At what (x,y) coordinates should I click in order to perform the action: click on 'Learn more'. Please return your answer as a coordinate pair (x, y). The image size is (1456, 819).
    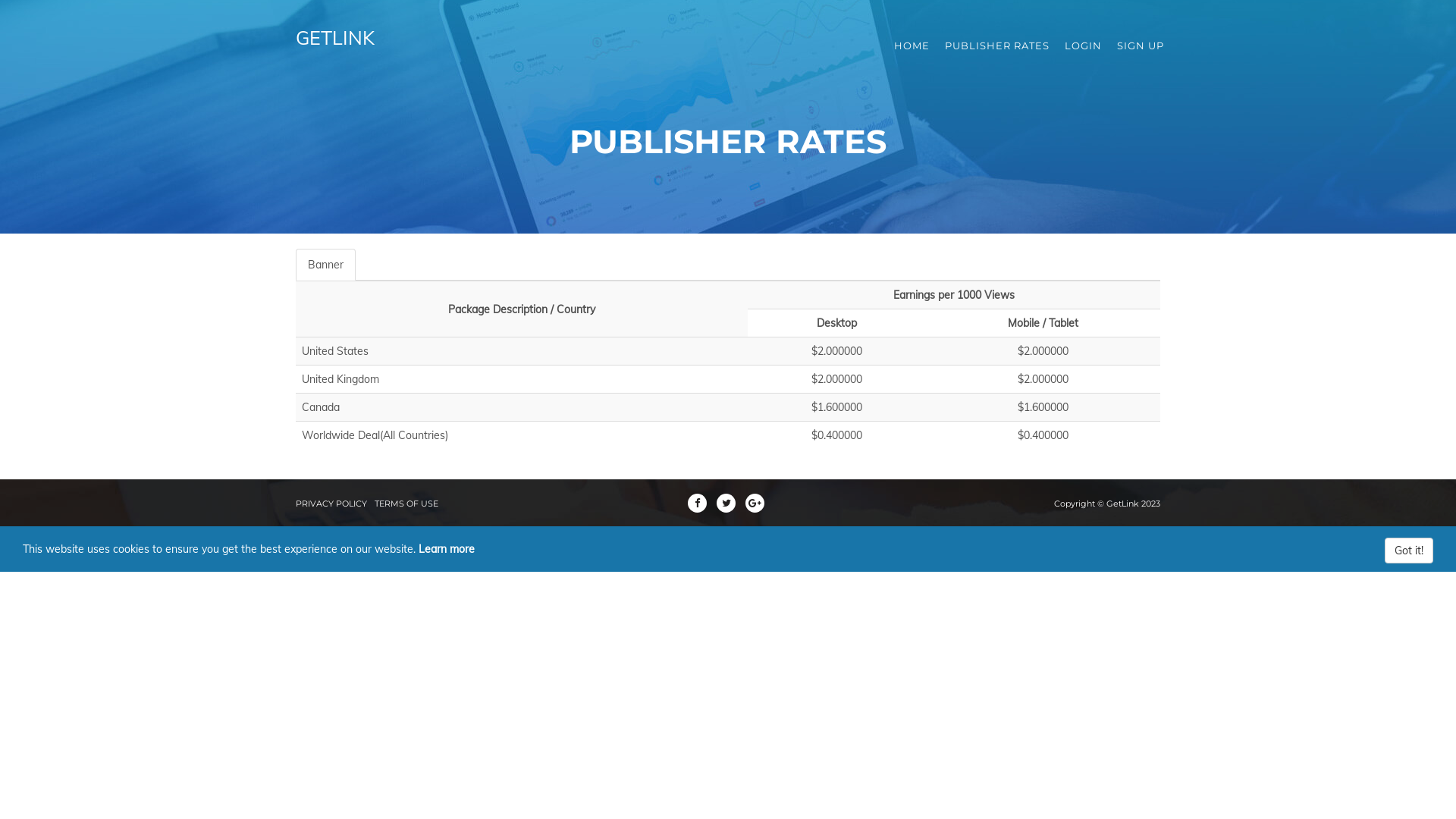
    Looking at the image, I should click on (446, 549).